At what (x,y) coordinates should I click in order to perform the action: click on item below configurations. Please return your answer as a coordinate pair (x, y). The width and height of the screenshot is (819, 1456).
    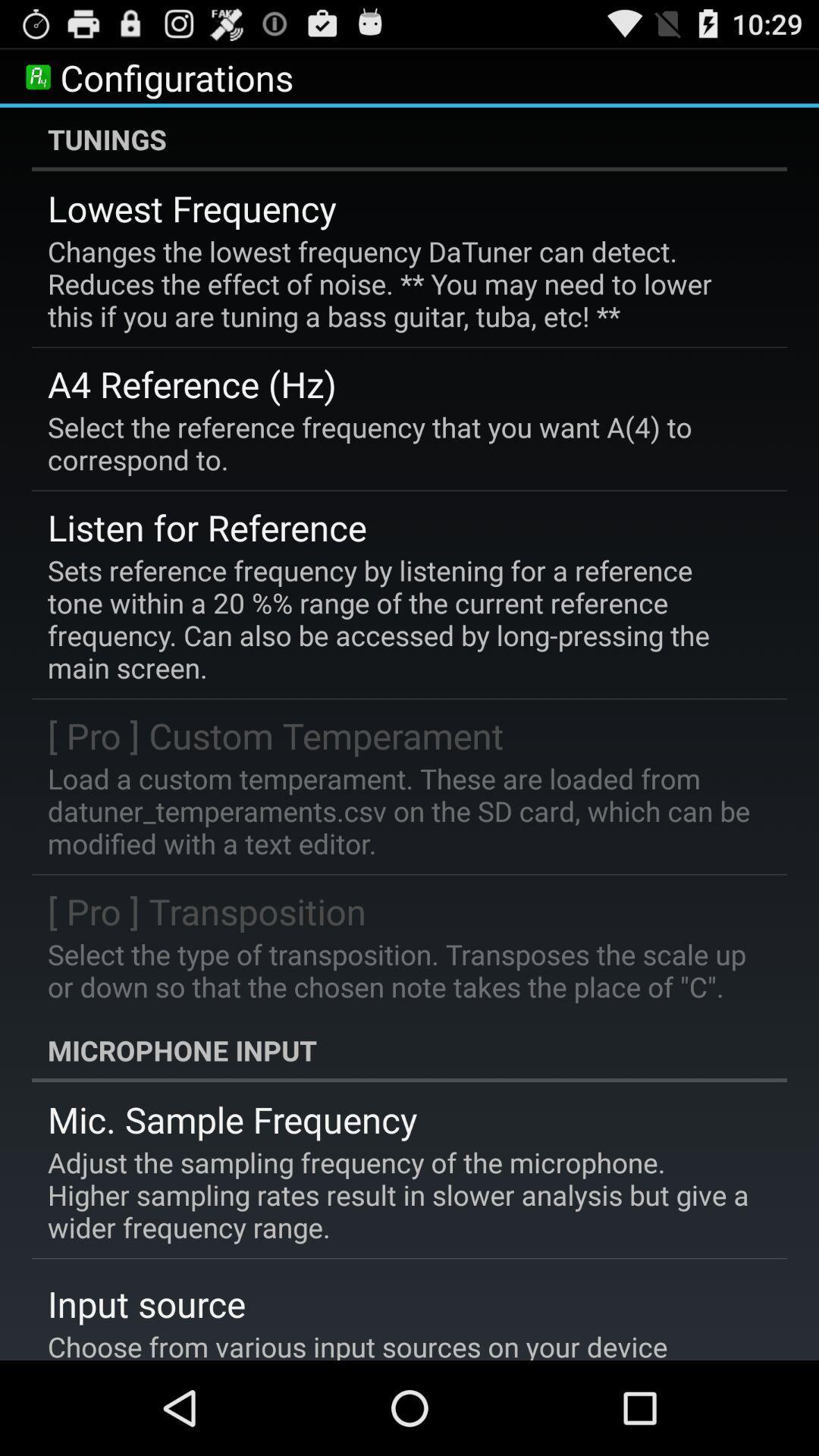
    Looking at the image, I should click on (409, 139).